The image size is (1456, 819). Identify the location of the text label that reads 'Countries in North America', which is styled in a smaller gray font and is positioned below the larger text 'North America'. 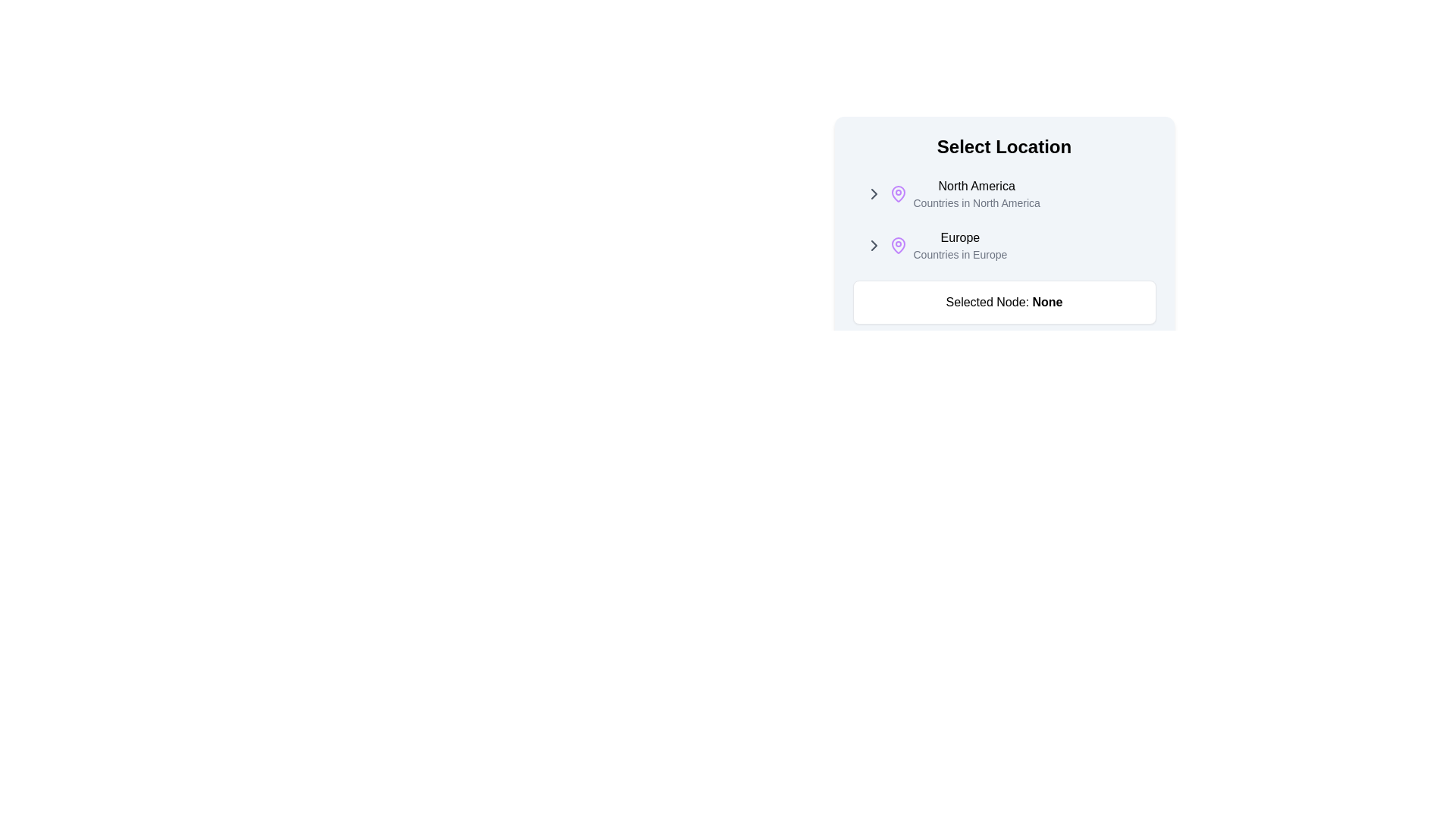
(977, 202).